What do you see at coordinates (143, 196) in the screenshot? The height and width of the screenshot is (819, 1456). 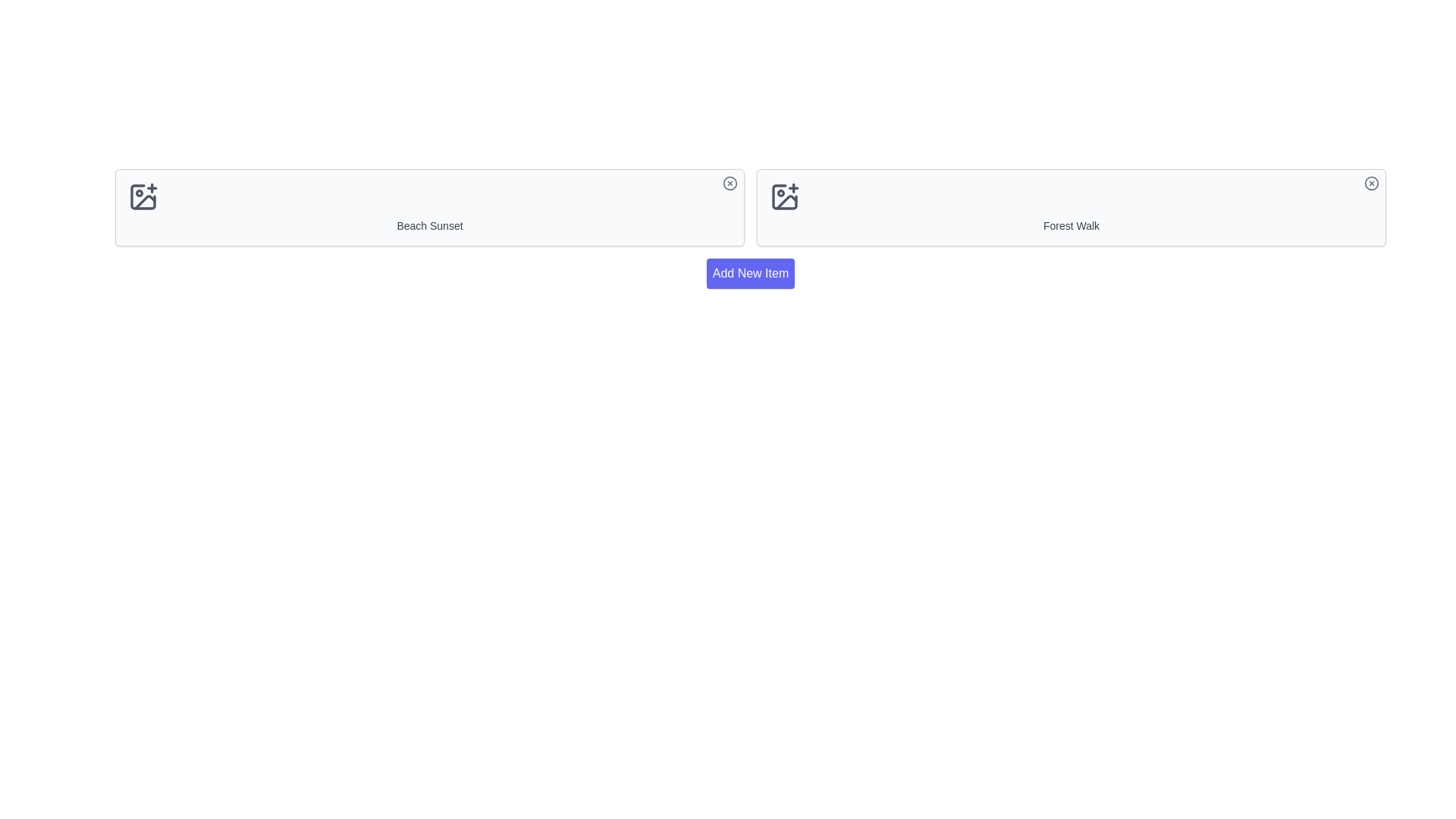 I see `the minimalist landscape icon with a plus sign located at the top-left corner of the 'Beach Sunset' card` at bounding box center [143, 196].